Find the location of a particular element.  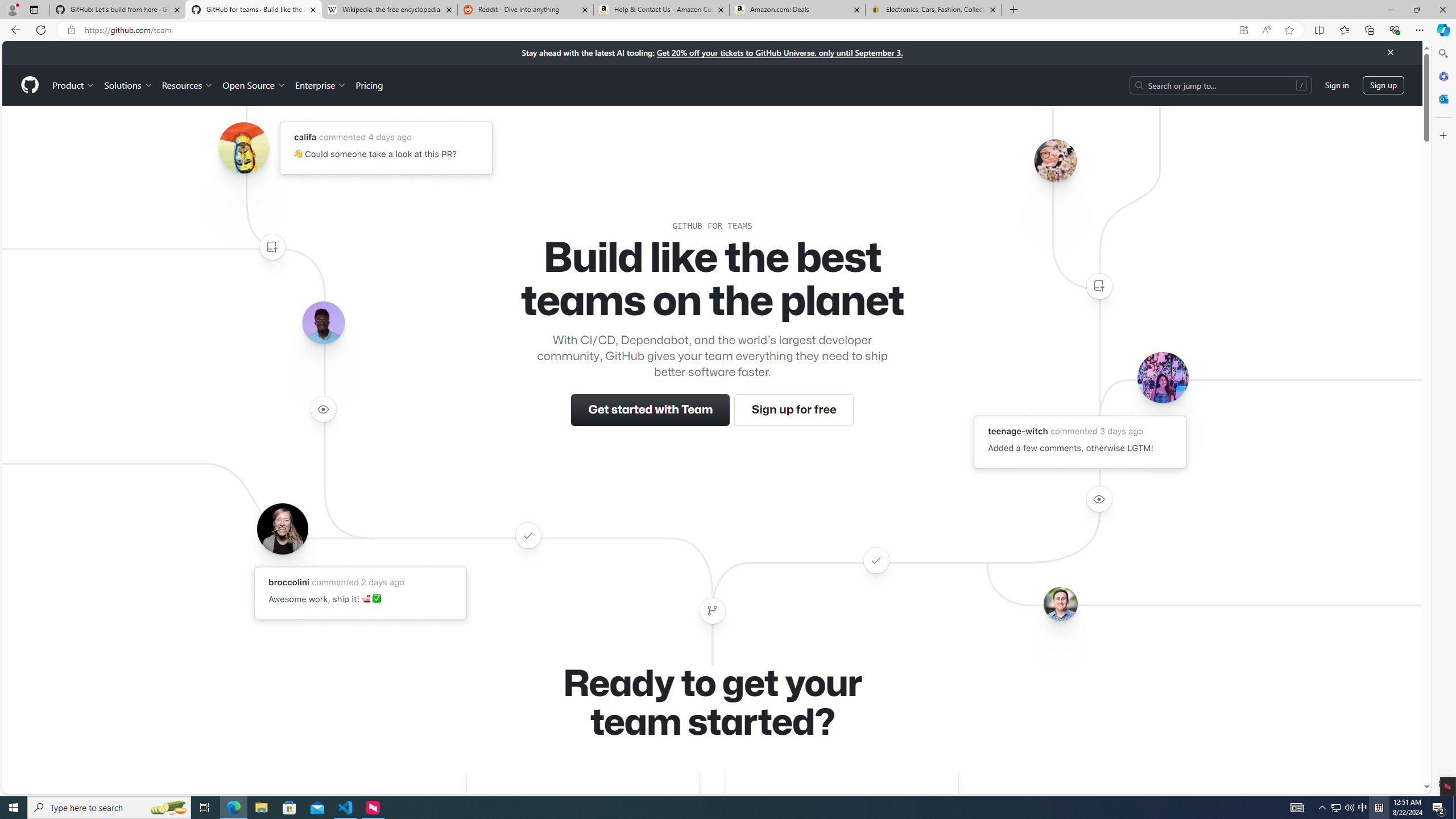

'Pricing' is located at coordinates (369, 85).